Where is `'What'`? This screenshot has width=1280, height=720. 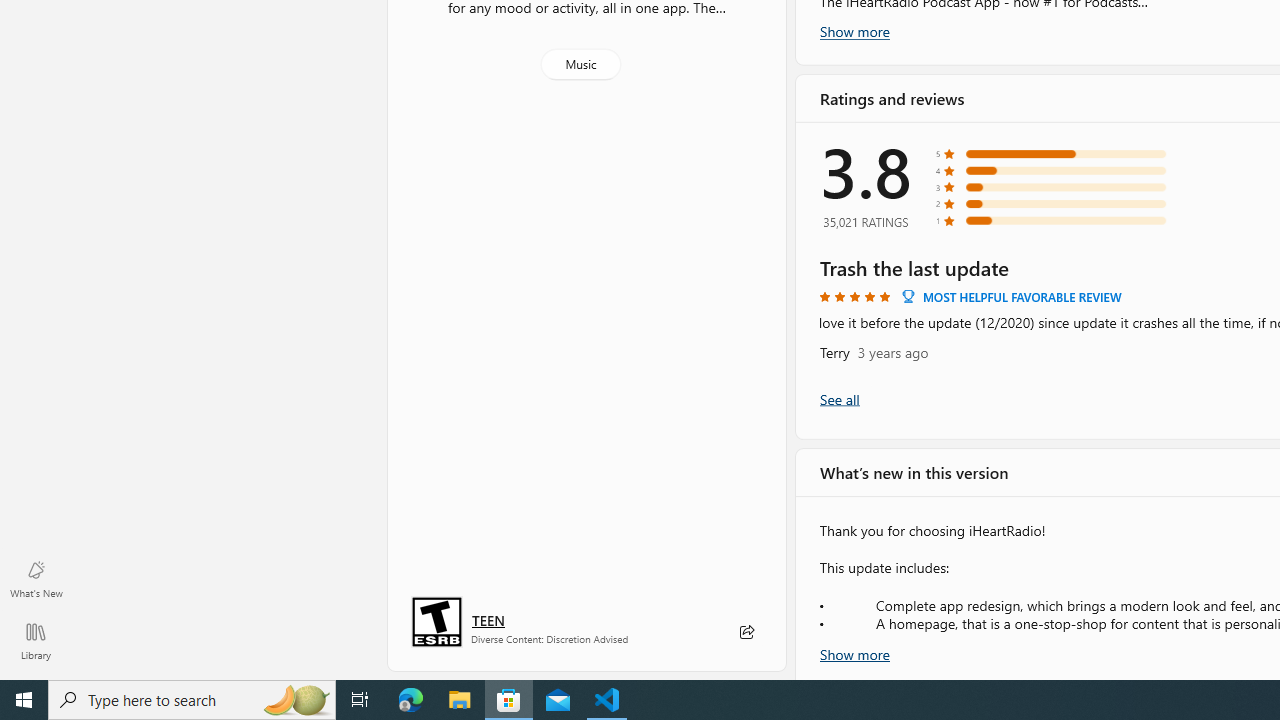 'What' is located at coordinates (35, 578).